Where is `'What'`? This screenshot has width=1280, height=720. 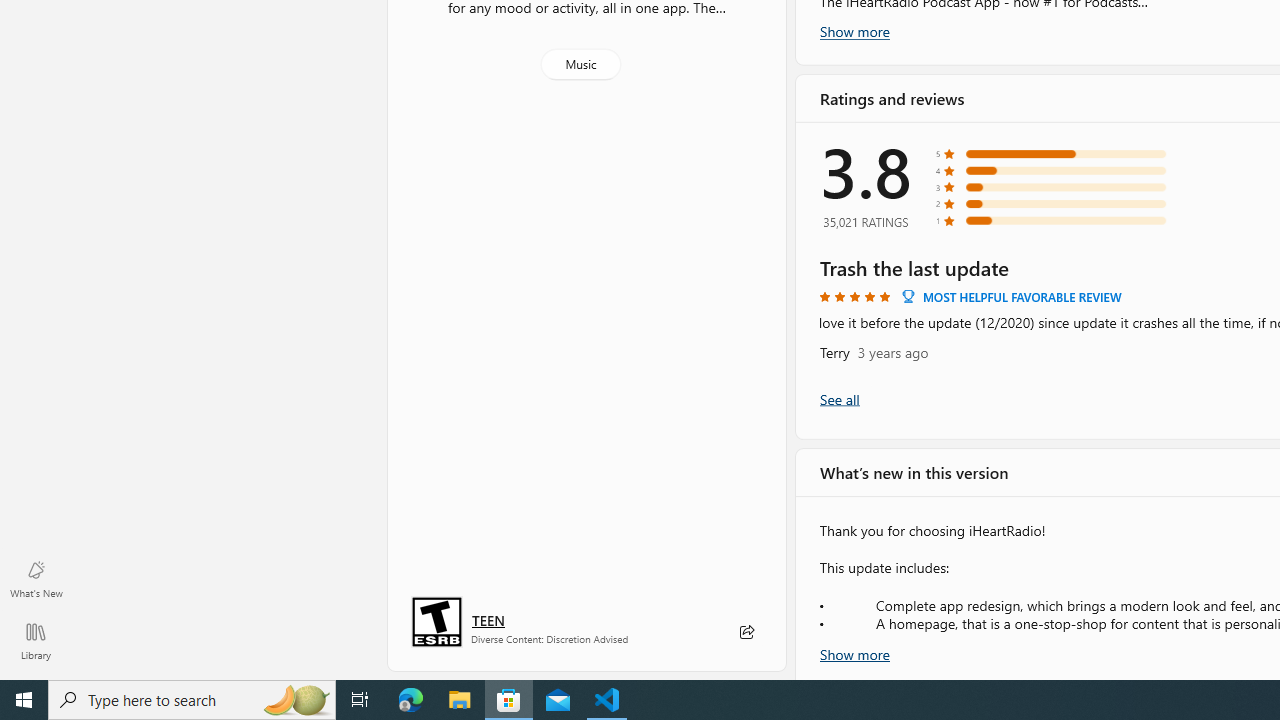 'What' is located at coordinates (35, 578).